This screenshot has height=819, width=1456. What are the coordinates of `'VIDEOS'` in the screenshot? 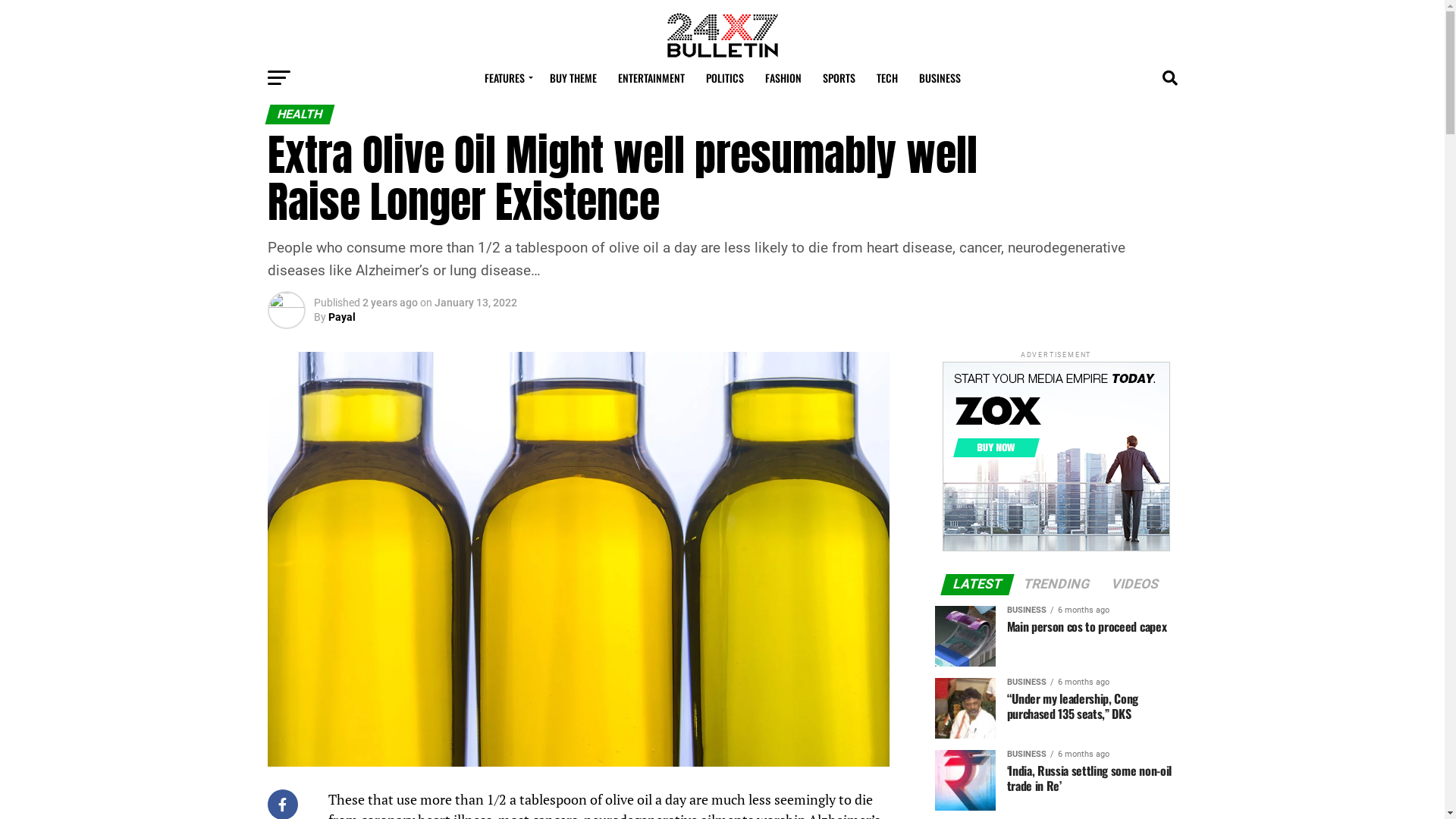 It's located at (1135, 584).